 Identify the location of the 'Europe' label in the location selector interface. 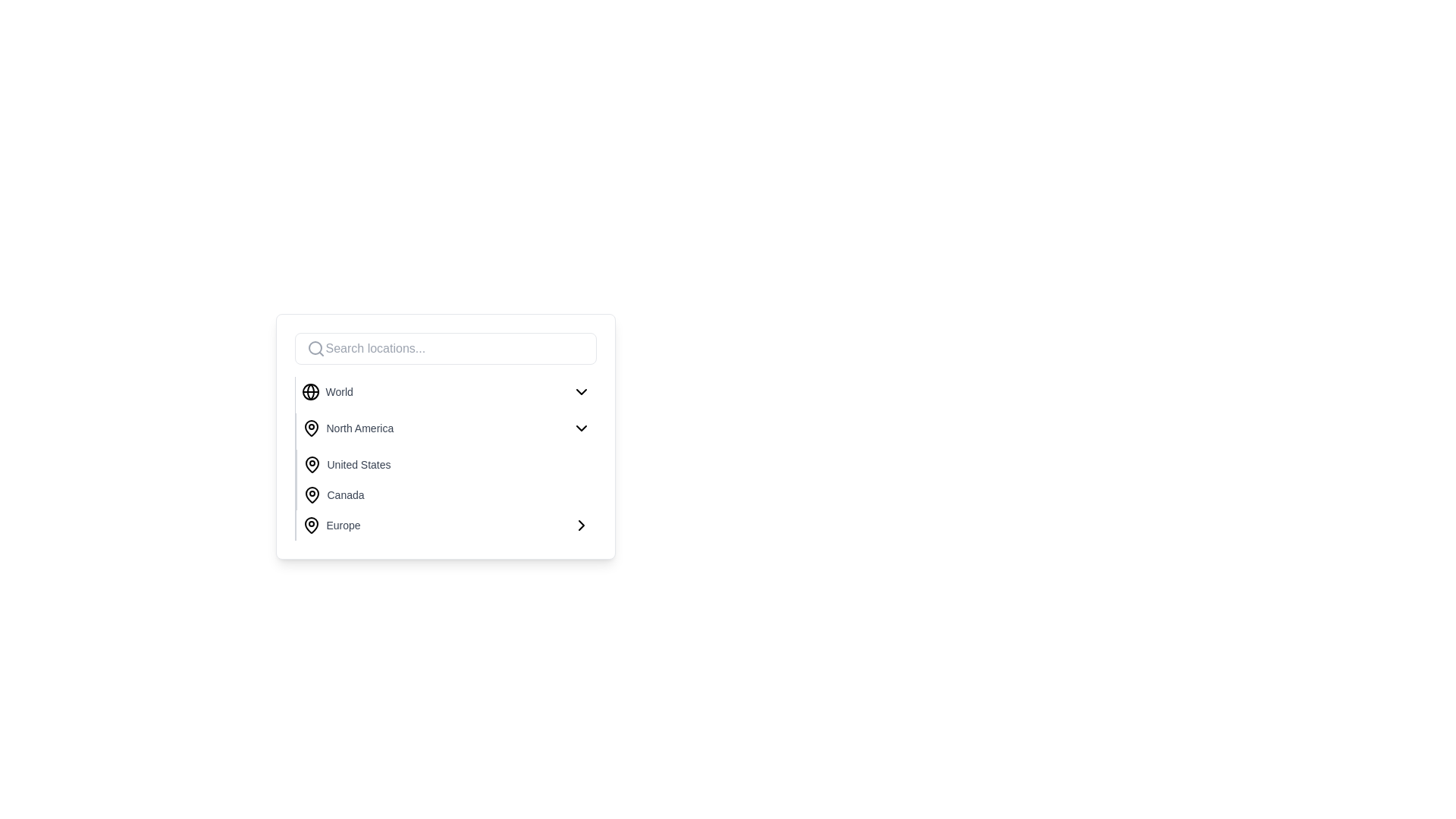
(343, 525).